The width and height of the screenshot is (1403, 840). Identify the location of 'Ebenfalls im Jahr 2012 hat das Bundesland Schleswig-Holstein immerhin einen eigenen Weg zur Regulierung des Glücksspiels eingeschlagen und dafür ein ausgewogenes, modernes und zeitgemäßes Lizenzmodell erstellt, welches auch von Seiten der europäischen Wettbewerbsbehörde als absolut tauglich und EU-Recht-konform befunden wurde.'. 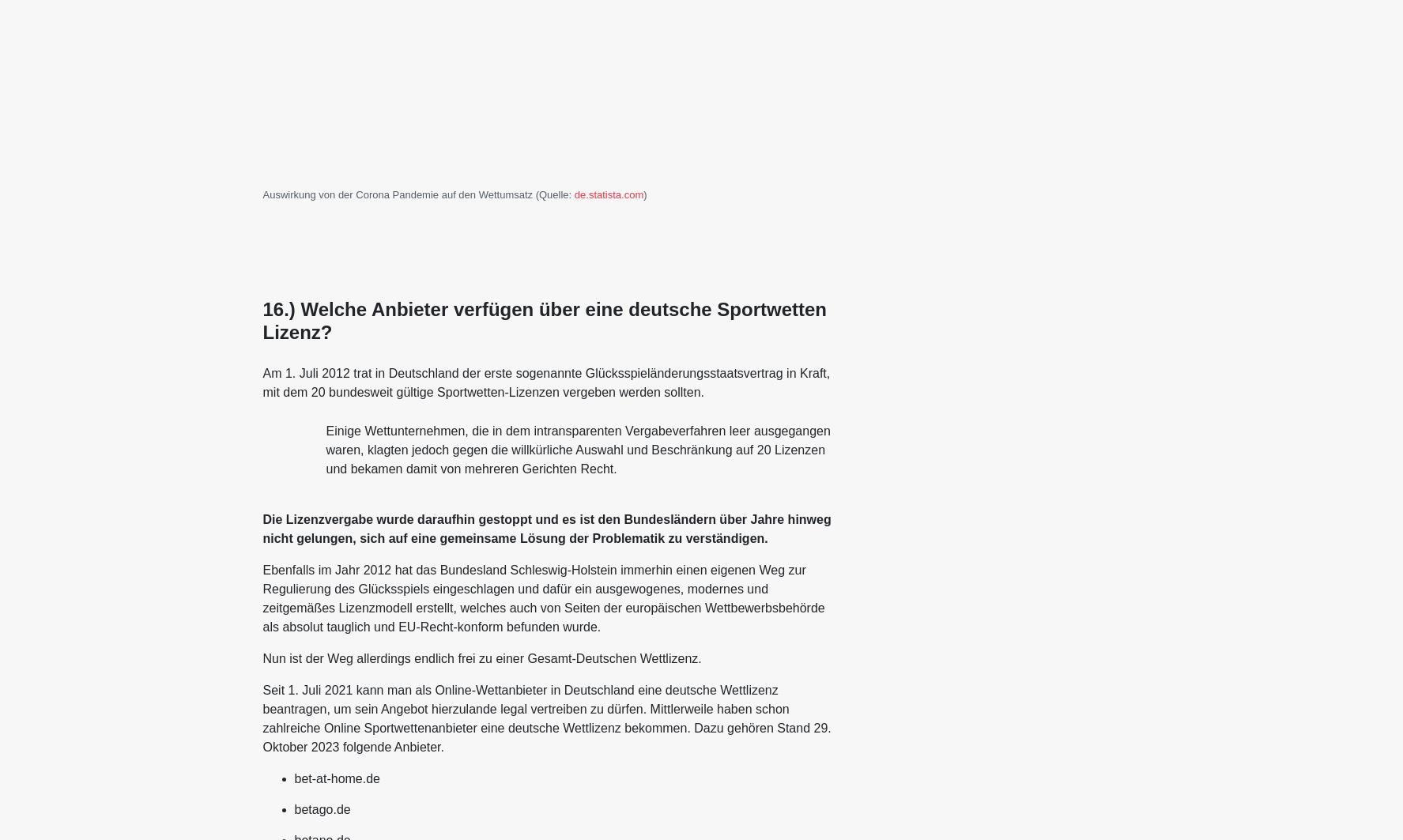
(542, 597).